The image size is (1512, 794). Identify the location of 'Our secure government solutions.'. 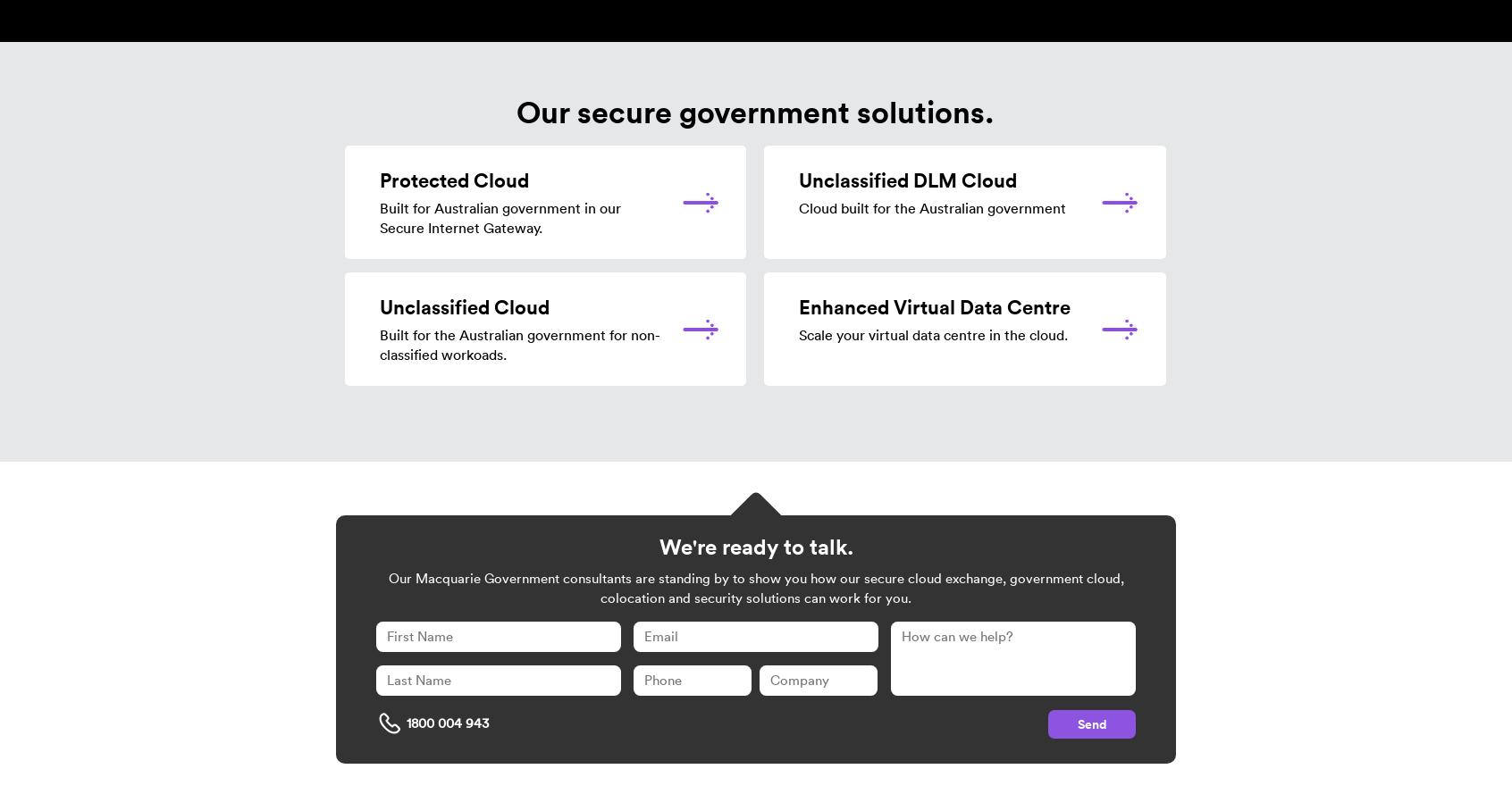
(755, 110).